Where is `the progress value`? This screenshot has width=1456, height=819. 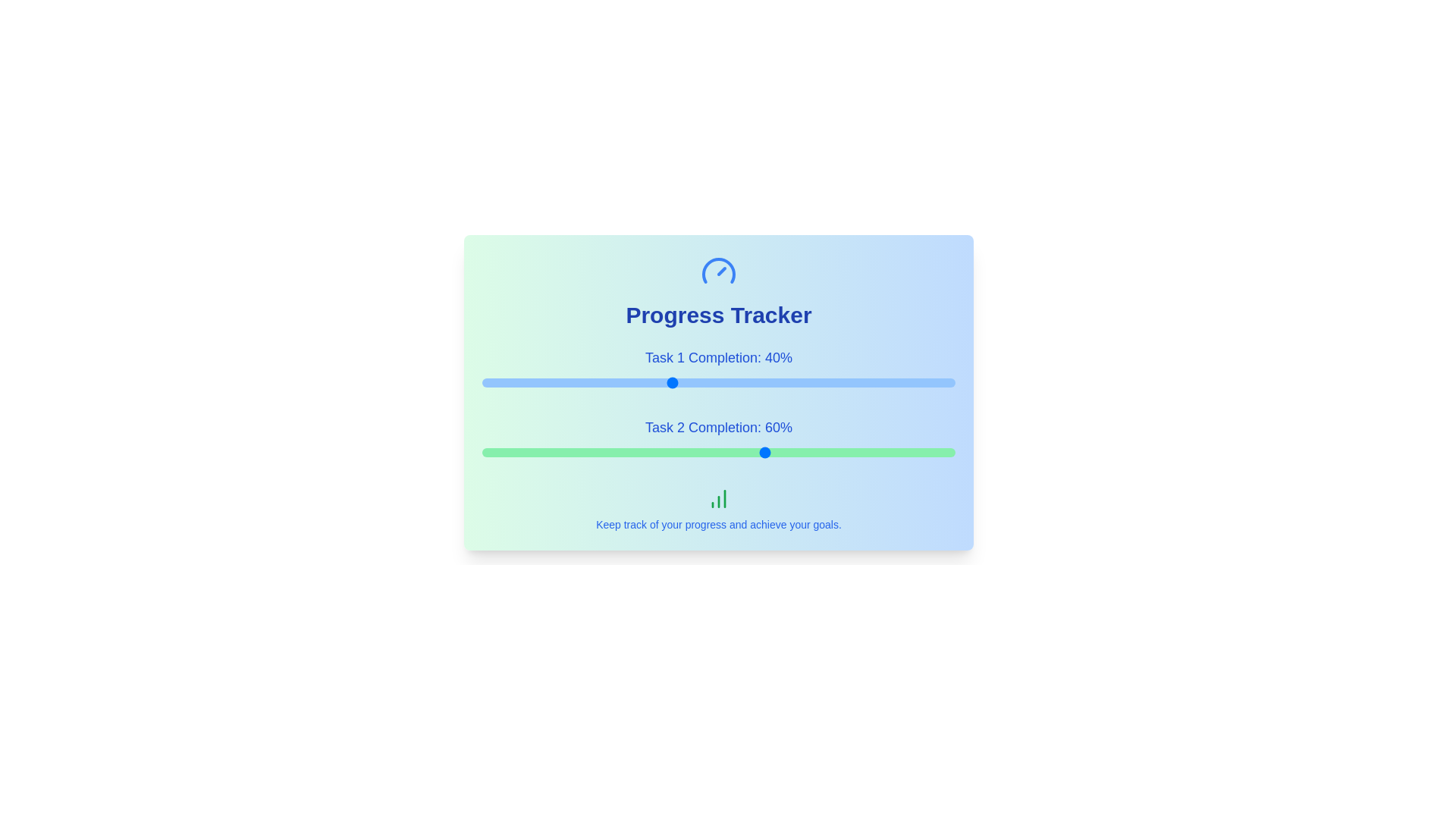 the progress value is located at coordinates (633, 382).